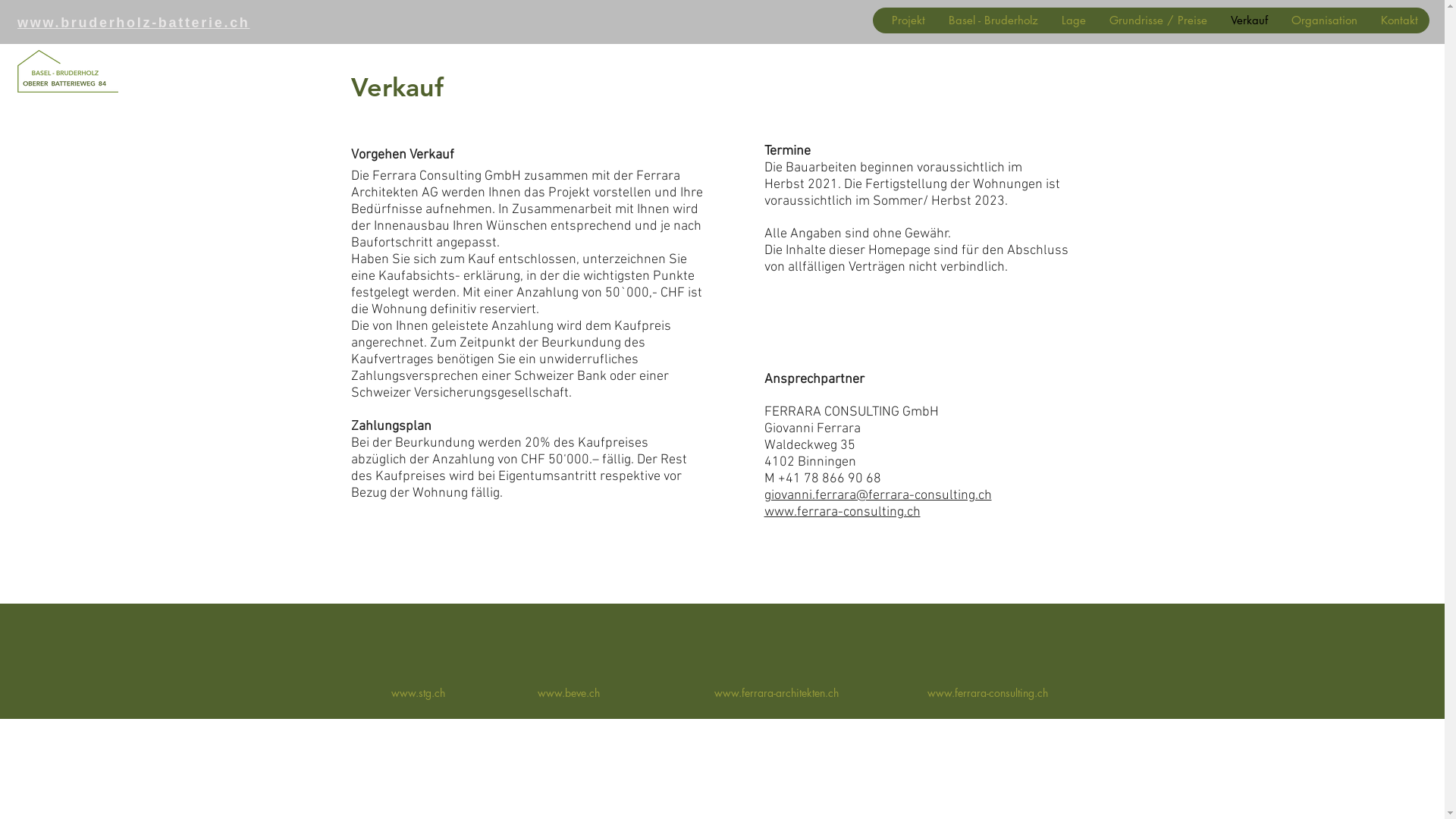 Image resolution: width=1456 pixels, height=819 pixels. What do you see at coordinates (935, 20) in the screenshot?
I see `'Basel - Bruderholz'` at bounding box center [935, 20].